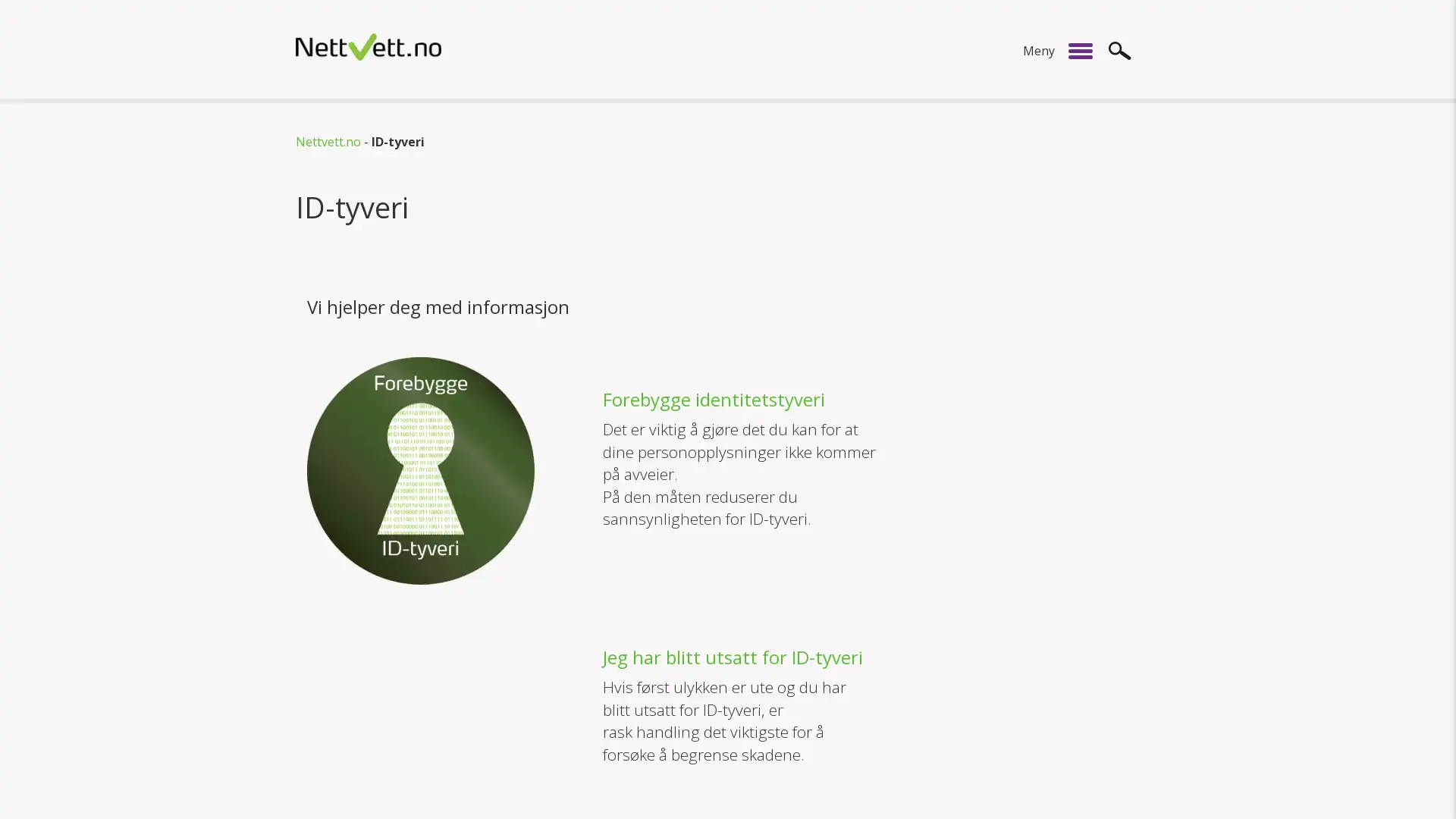 The width and height of the screenshot is (1456, 819). What do you see at coordinates (1120, 49) in the screenshot?
I see `Sk` at bounding box center [1120, 49].